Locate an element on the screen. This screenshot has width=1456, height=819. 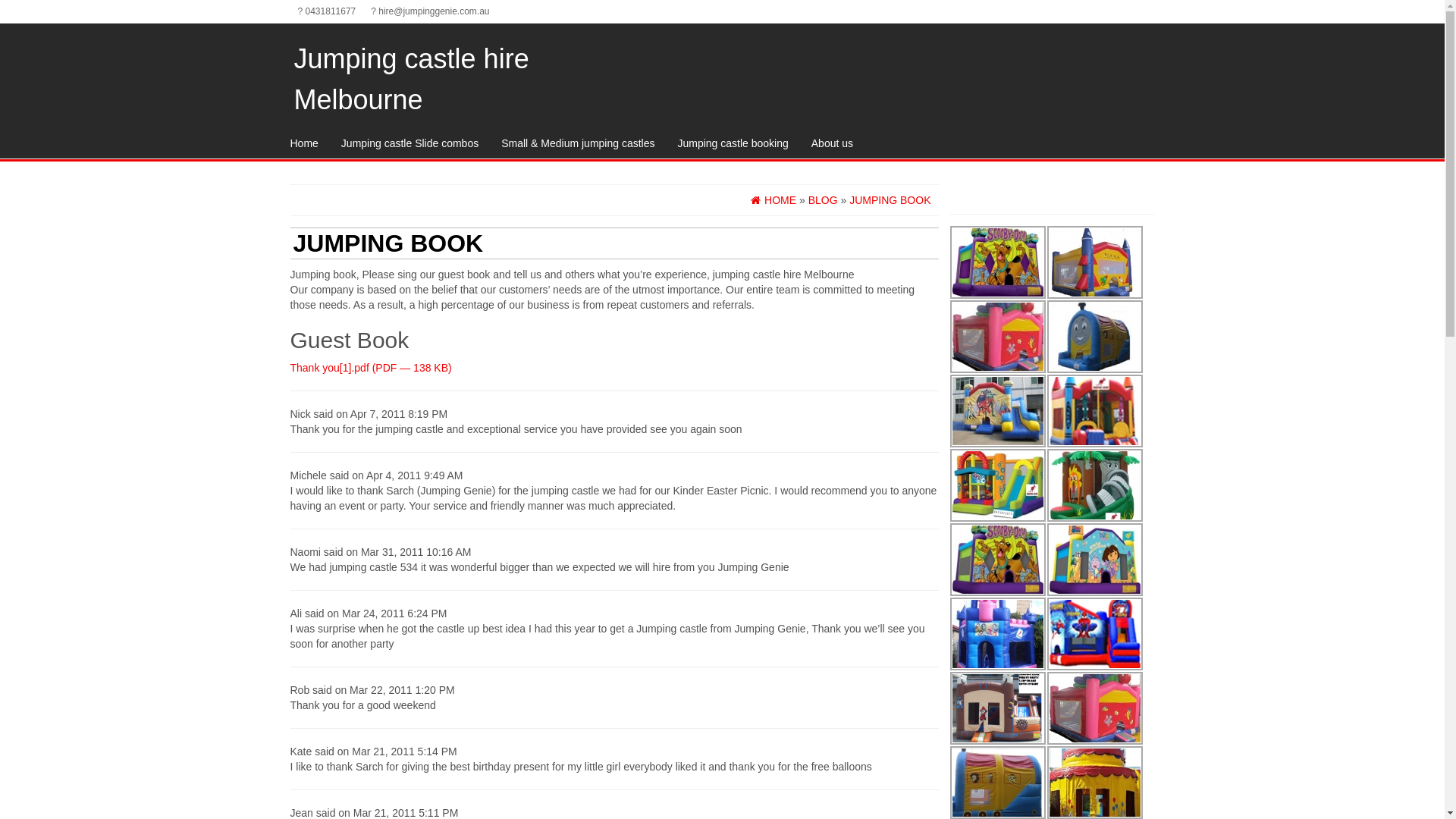
'0_0_0_0_250_188_csupload_49112220.jpg' is located at coordinates (997, 411).